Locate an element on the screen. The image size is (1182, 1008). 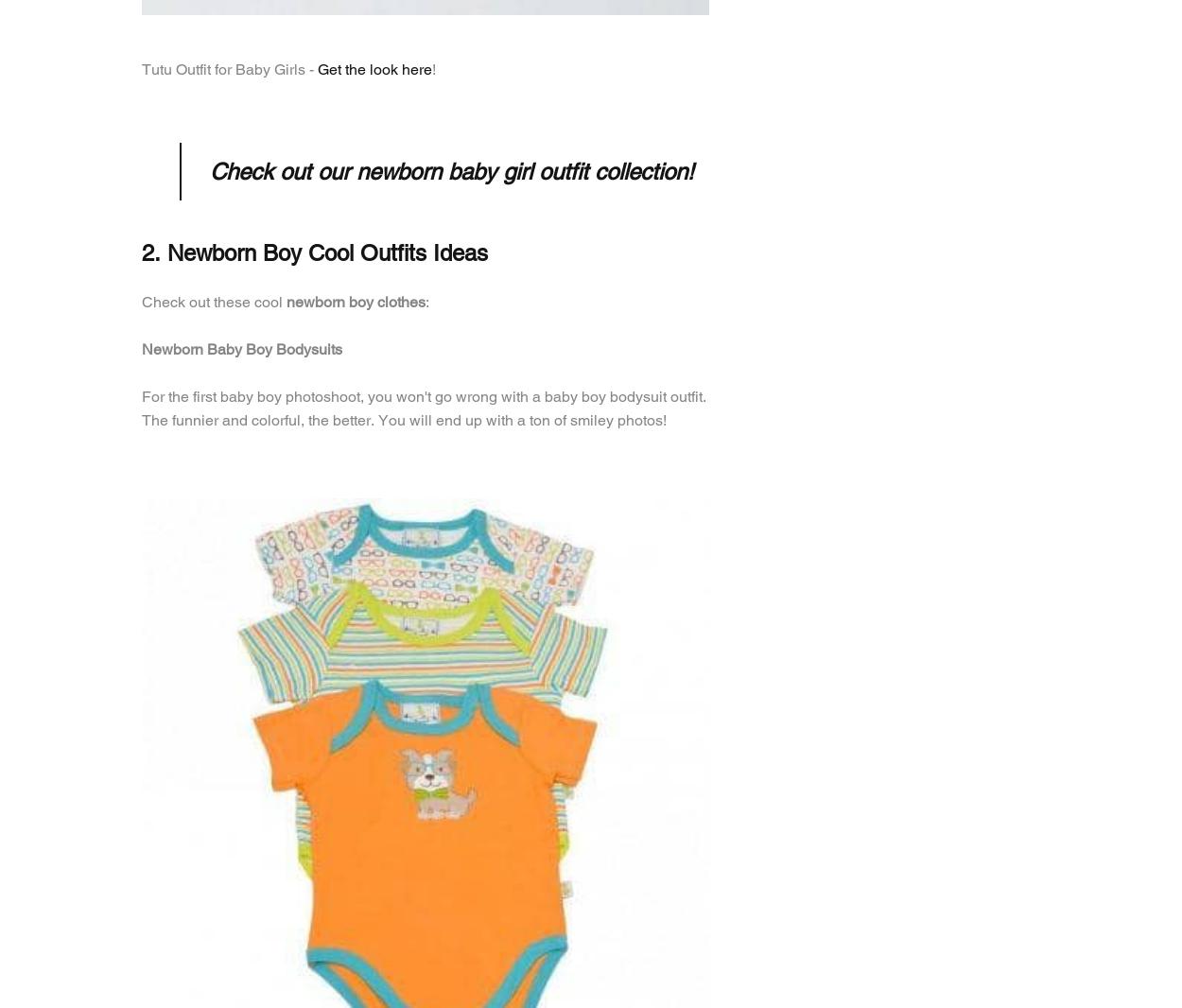
'Get the look here' is located at coordinates (374, 68).